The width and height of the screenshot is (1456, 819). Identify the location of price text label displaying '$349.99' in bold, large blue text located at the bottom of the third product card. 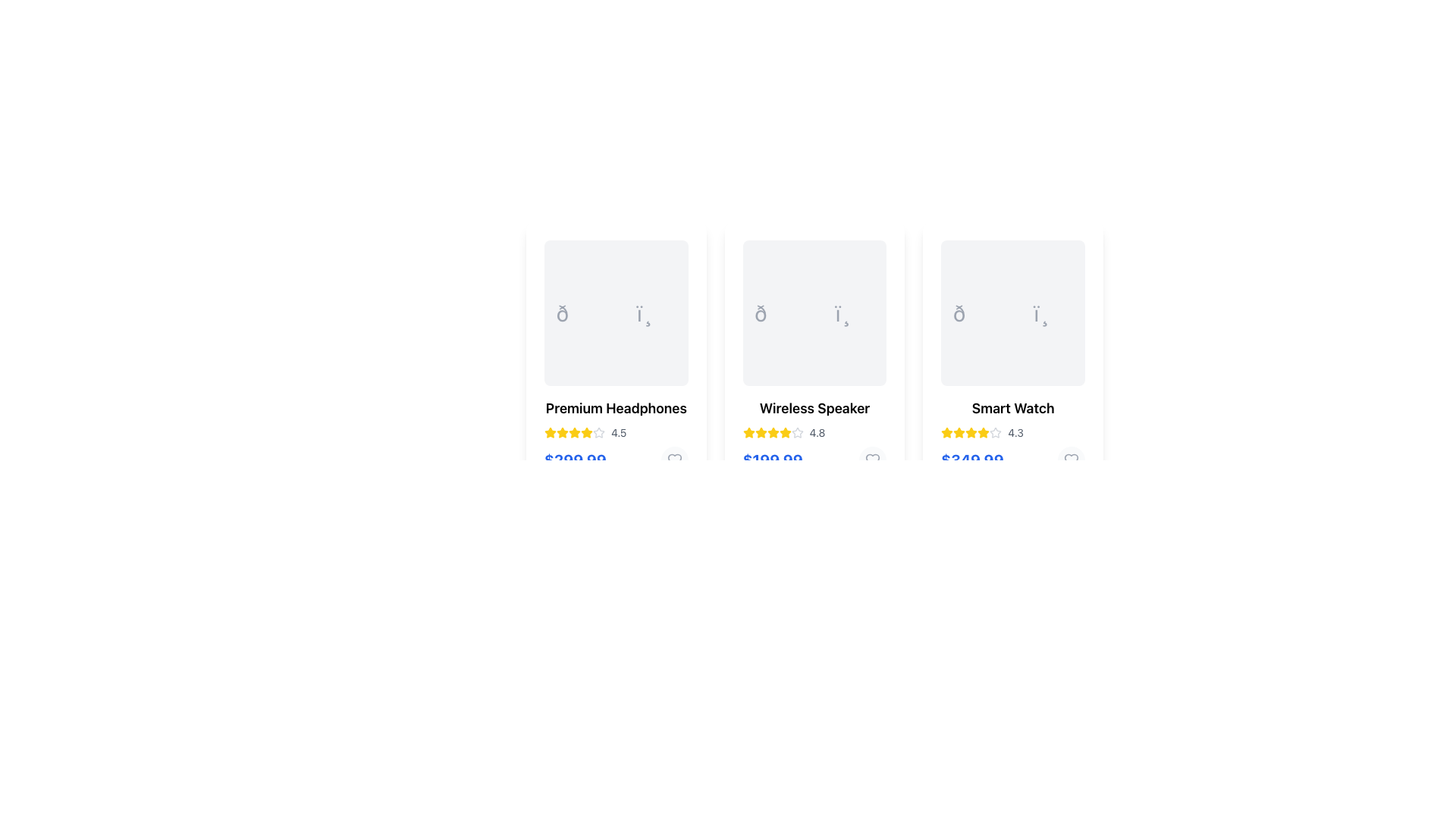
(972, 459).